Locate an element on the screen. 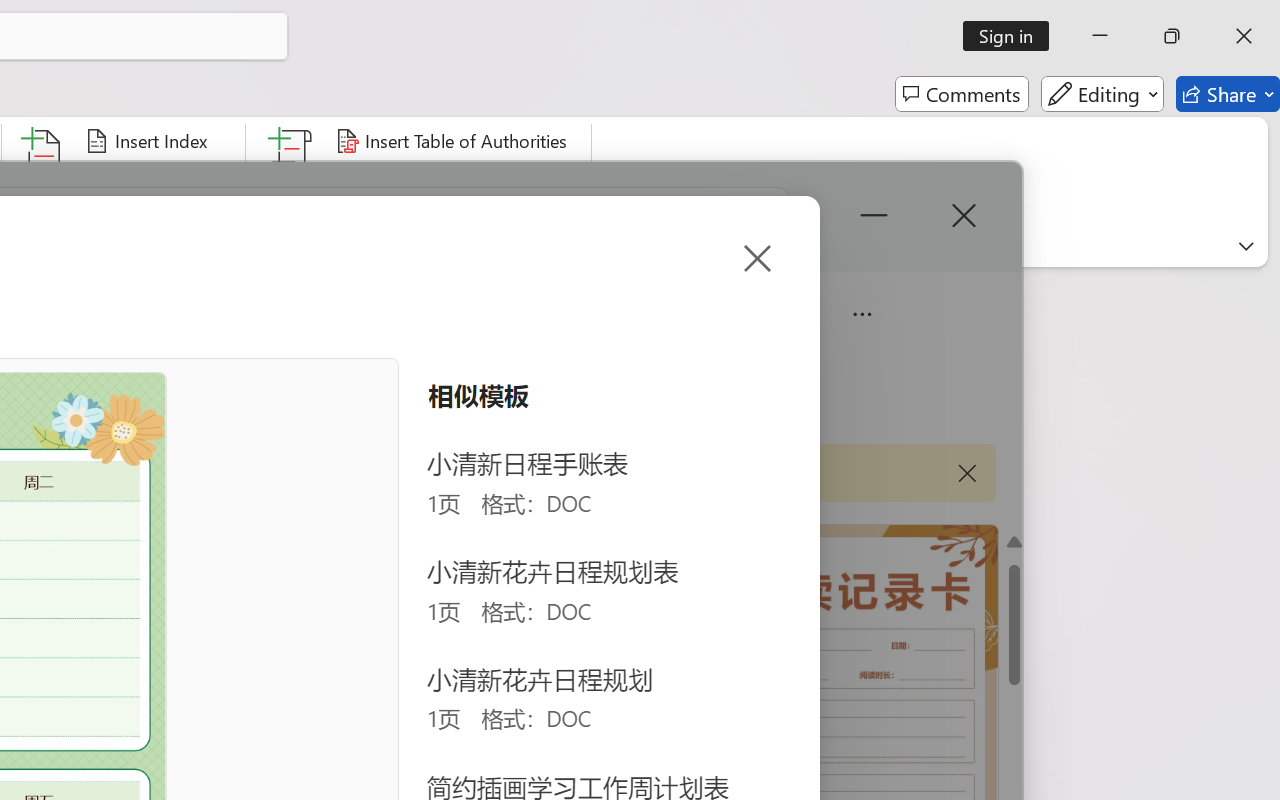 The image size is (1280, 800). 'Insert Table of Authorities...' is located at coordinates (453, 141).